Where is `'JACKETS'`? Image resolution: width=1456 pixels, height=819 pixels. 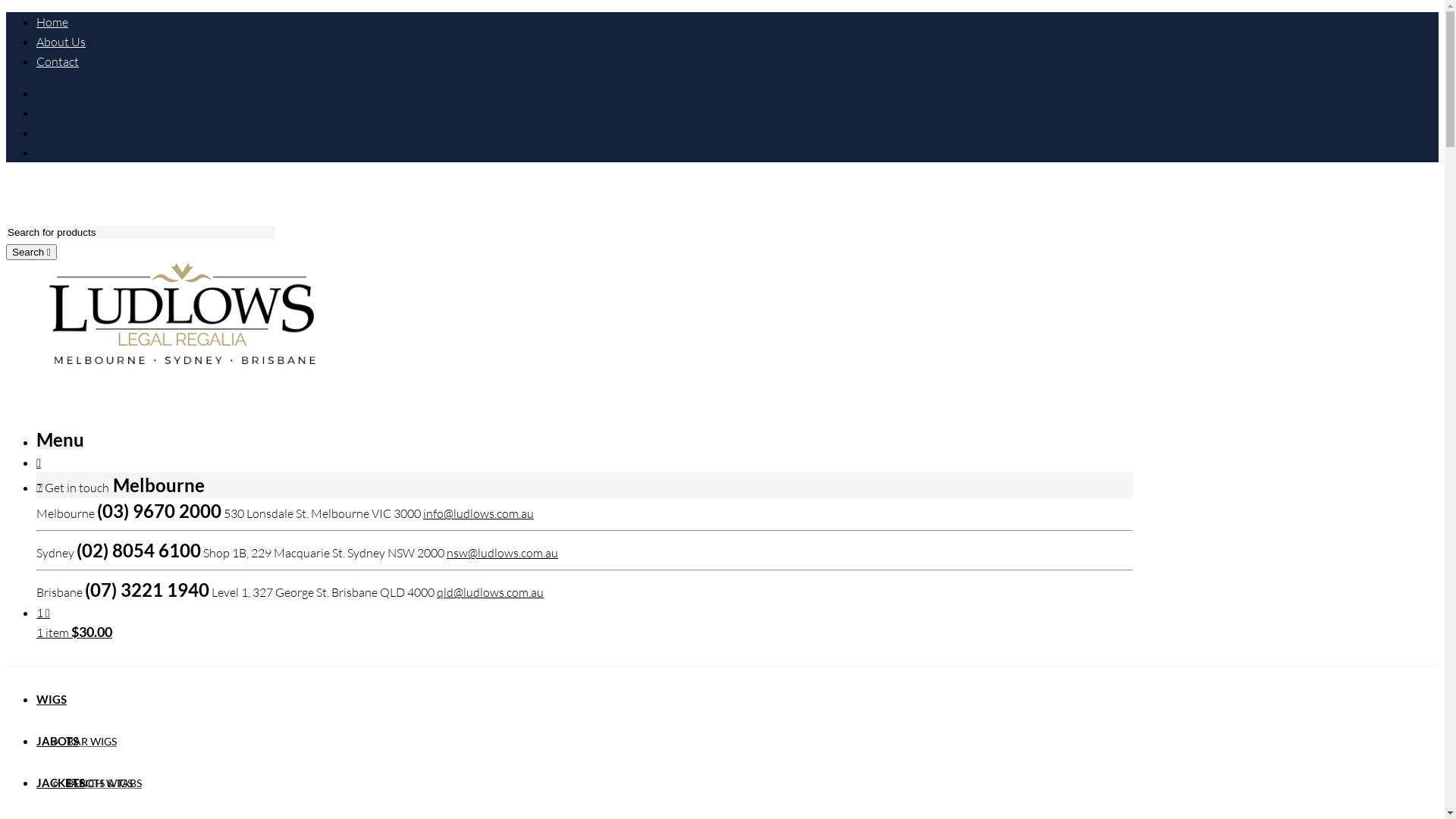
'JACKETS' is located at coordinates (61, 783).